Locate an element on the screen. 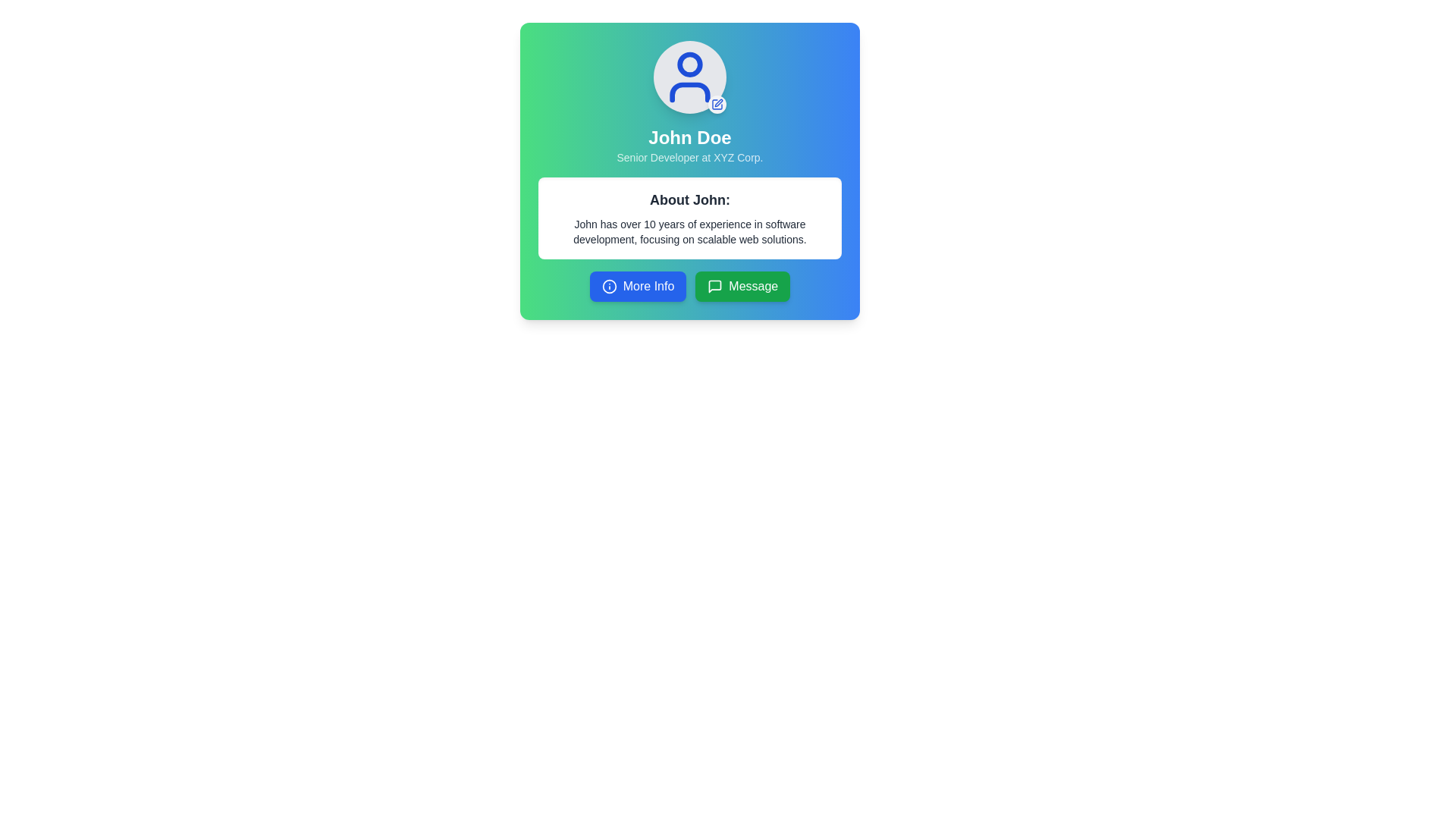  the small circular button with a blue pen icon located at the bottom-right corner of the user profile image is located at coordinates (716, 104).